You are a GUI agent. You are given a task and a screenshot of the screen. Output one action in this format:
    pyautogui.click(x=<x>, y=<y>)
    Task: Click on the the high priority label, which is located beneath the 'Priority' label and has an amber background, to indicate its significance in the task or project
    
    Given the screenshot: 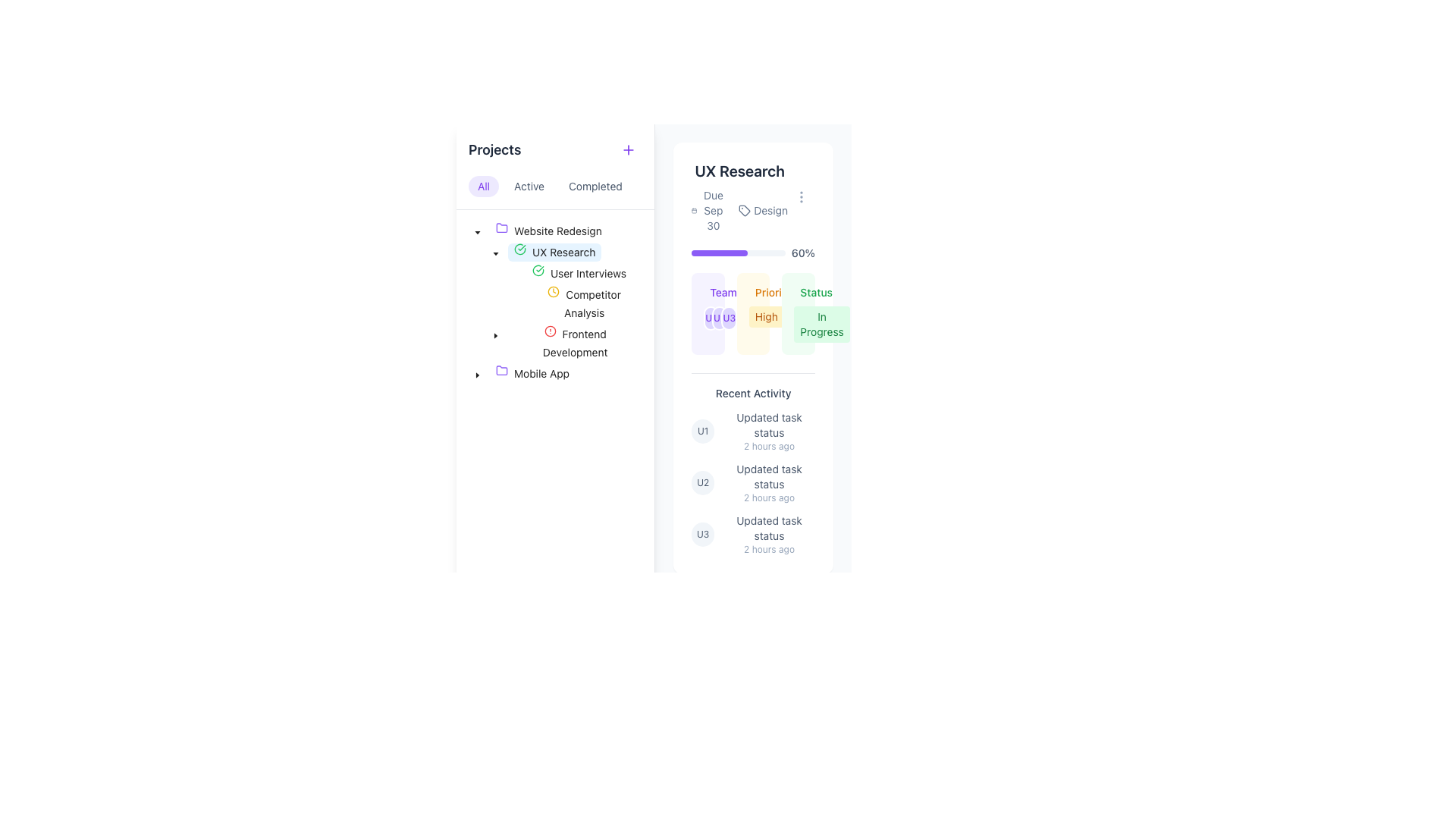 What is the action you would take?
    pyautogui.click(x=766, y=315)
    